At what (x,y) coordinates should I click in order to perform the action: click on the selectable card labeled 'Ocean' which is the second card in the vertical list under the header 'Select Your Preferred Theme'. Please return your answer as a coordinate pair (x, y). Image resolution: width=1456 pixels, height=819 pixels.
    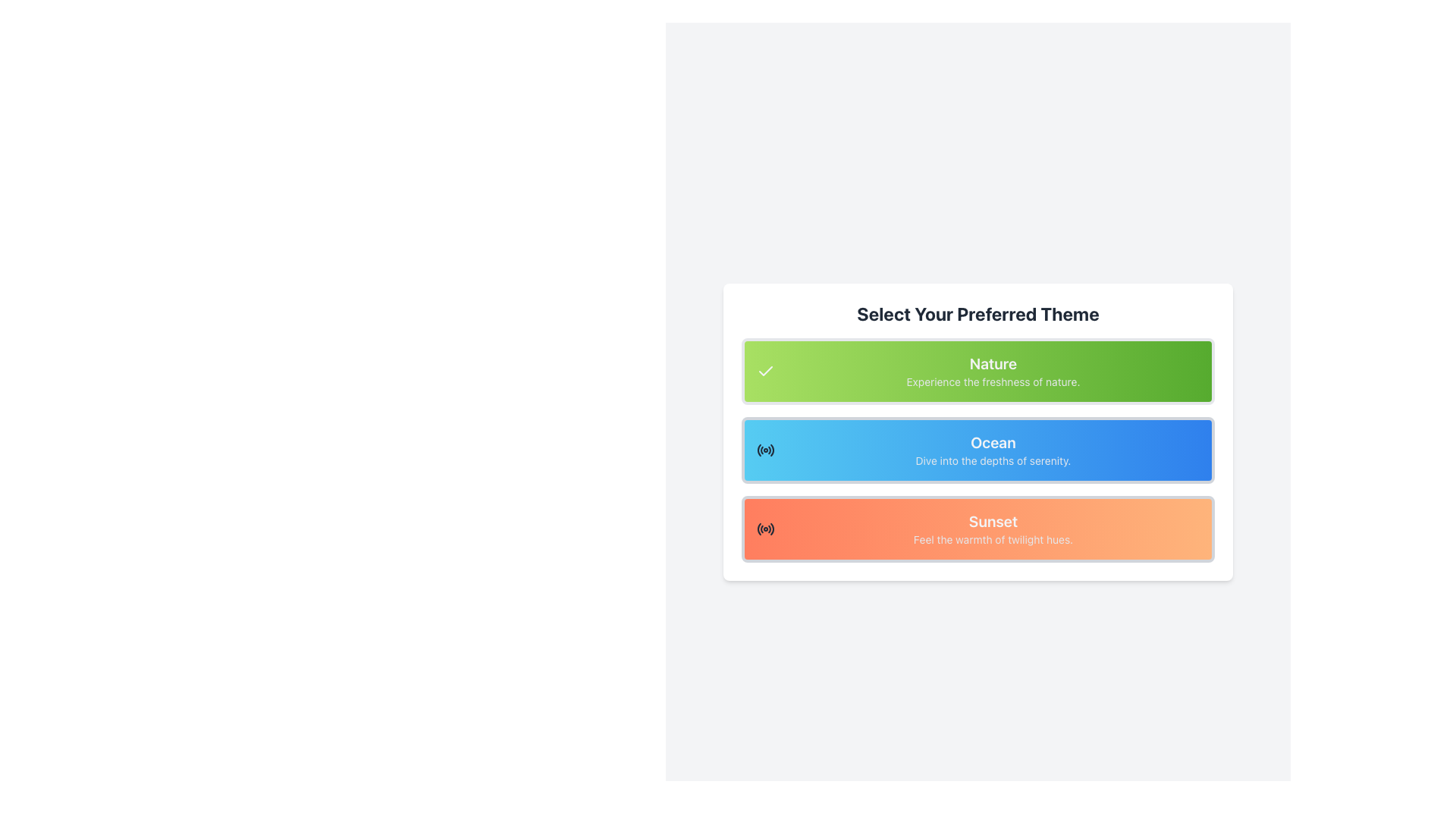
    Looking at the image, I should click on (978, 432).